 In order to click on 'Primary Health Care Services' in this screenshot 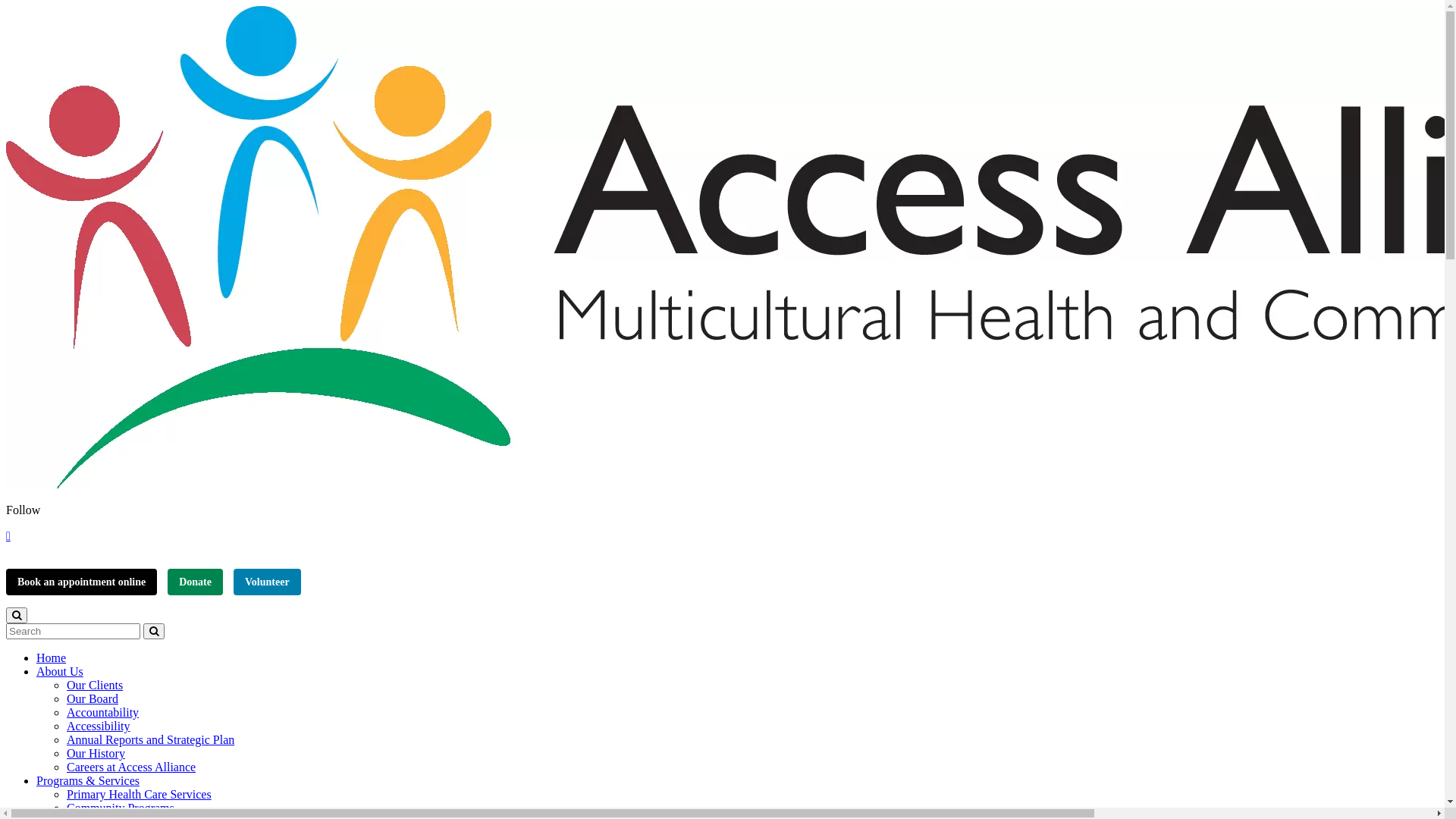, I will do `click(139, 793)`.